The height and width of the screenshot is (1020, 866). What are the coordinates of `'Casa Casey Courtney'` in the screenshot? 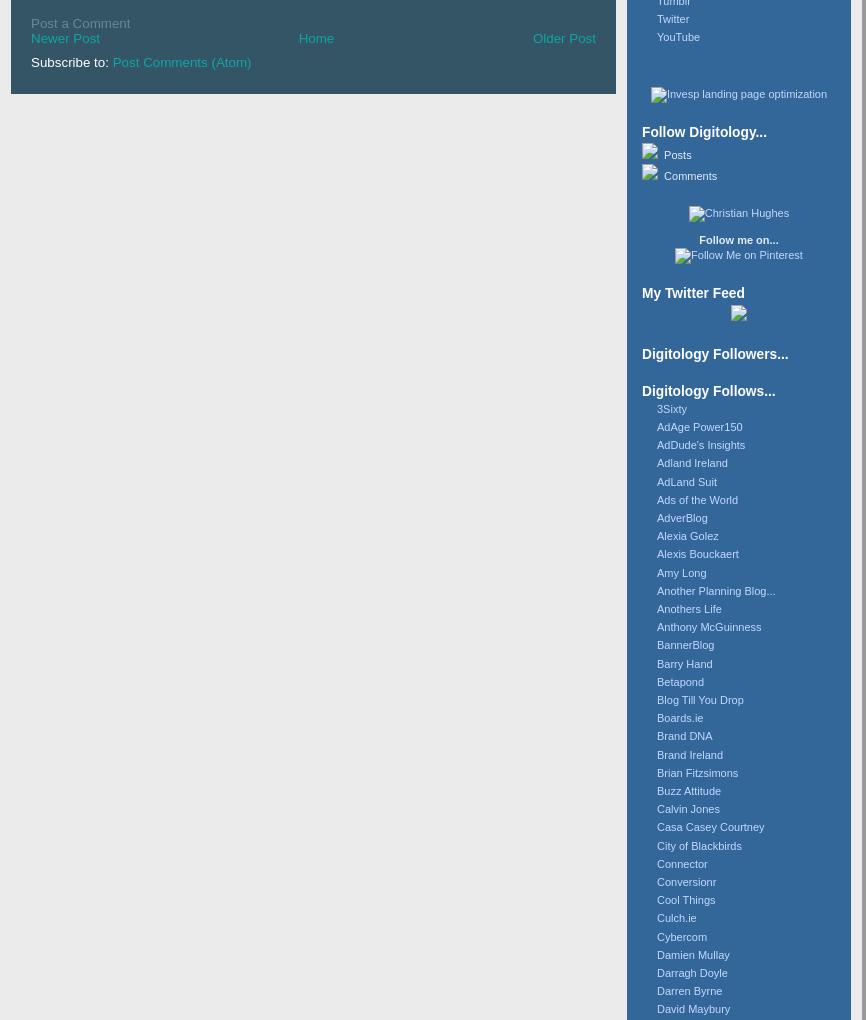 It's located at (656, 827).